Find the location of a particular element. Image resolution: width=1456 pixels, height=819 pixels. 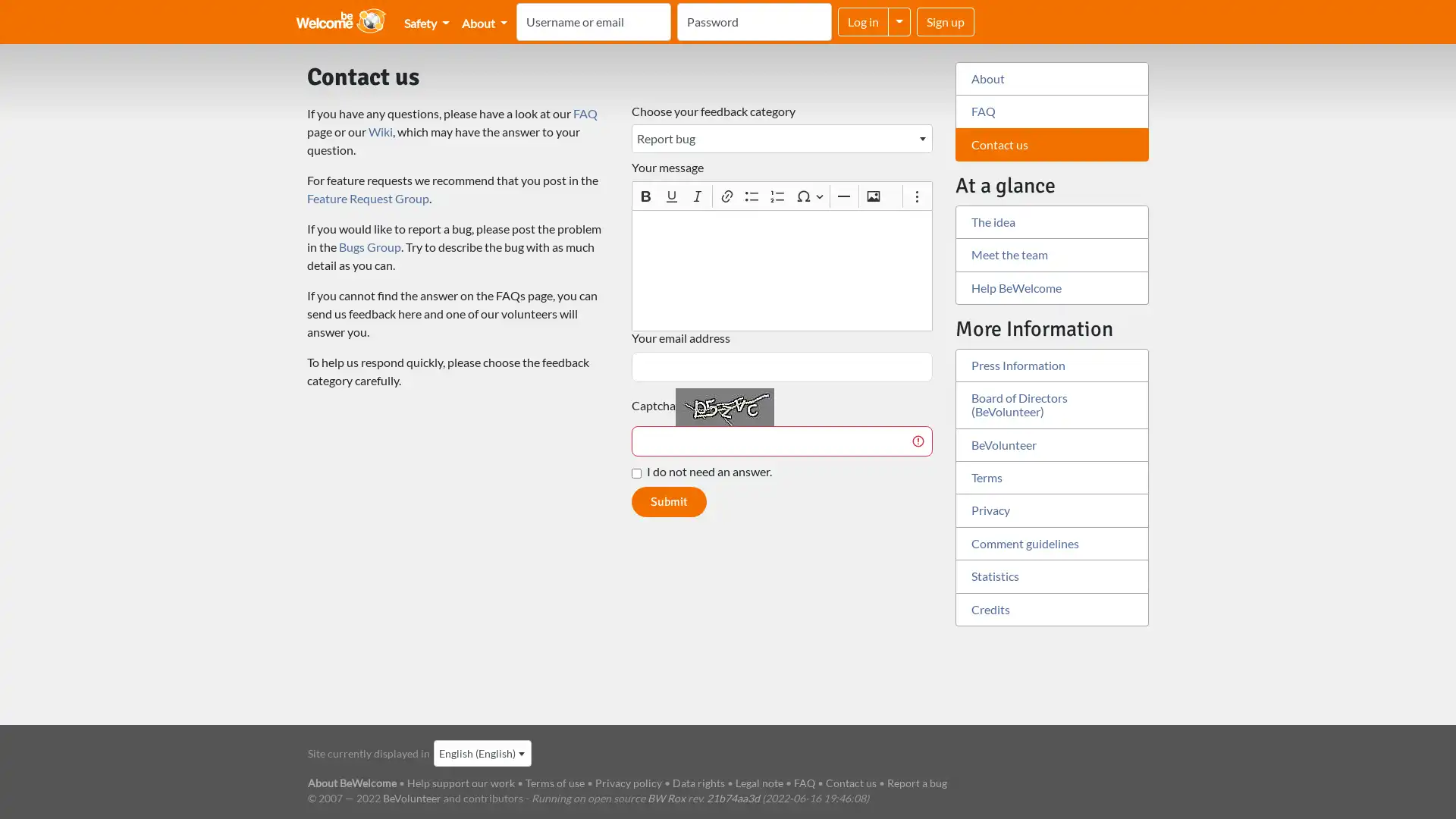

Underline is located at coordinates (671, 195).